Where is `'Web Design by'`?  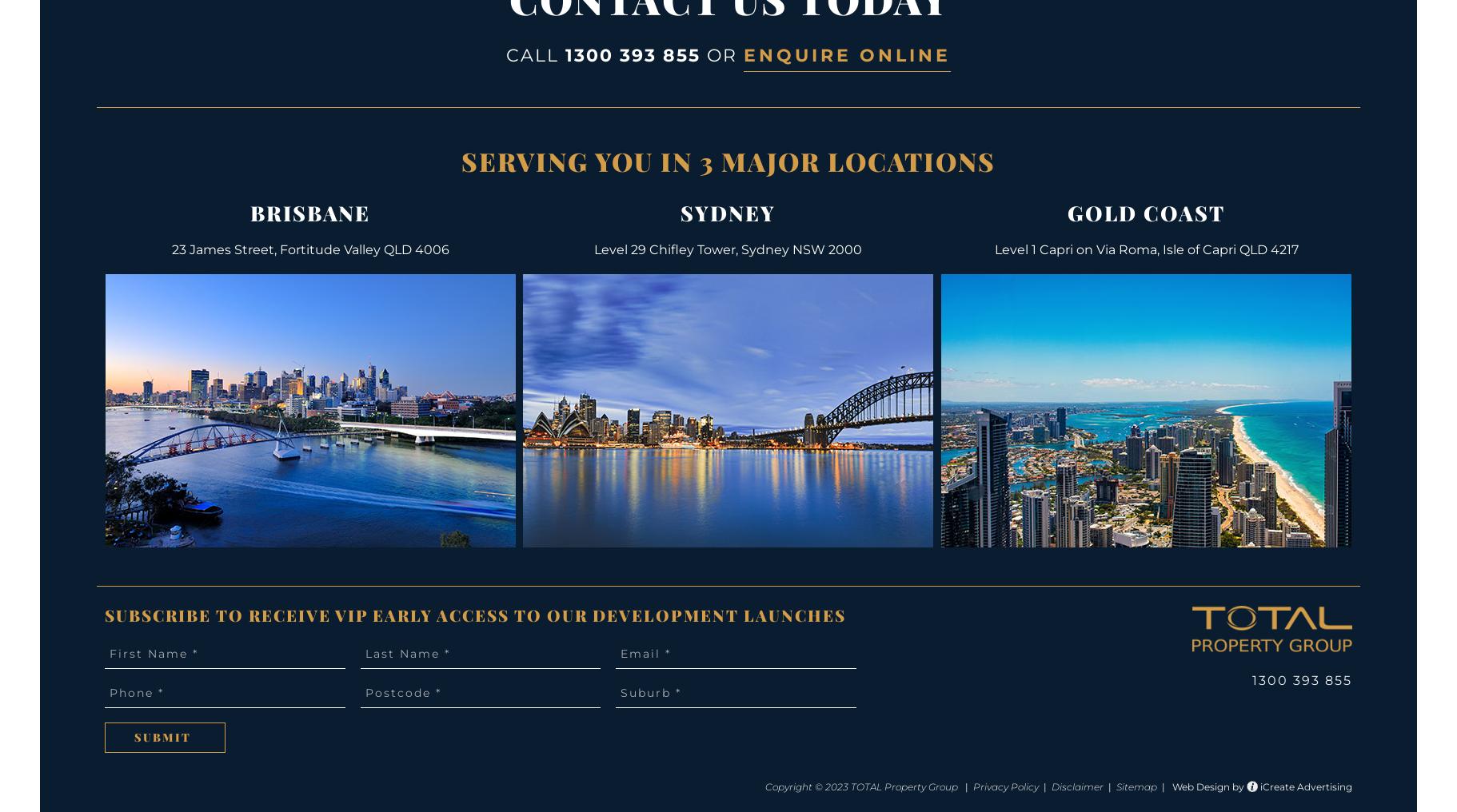 'Web Design by' is located at coordinates (1208, 786).